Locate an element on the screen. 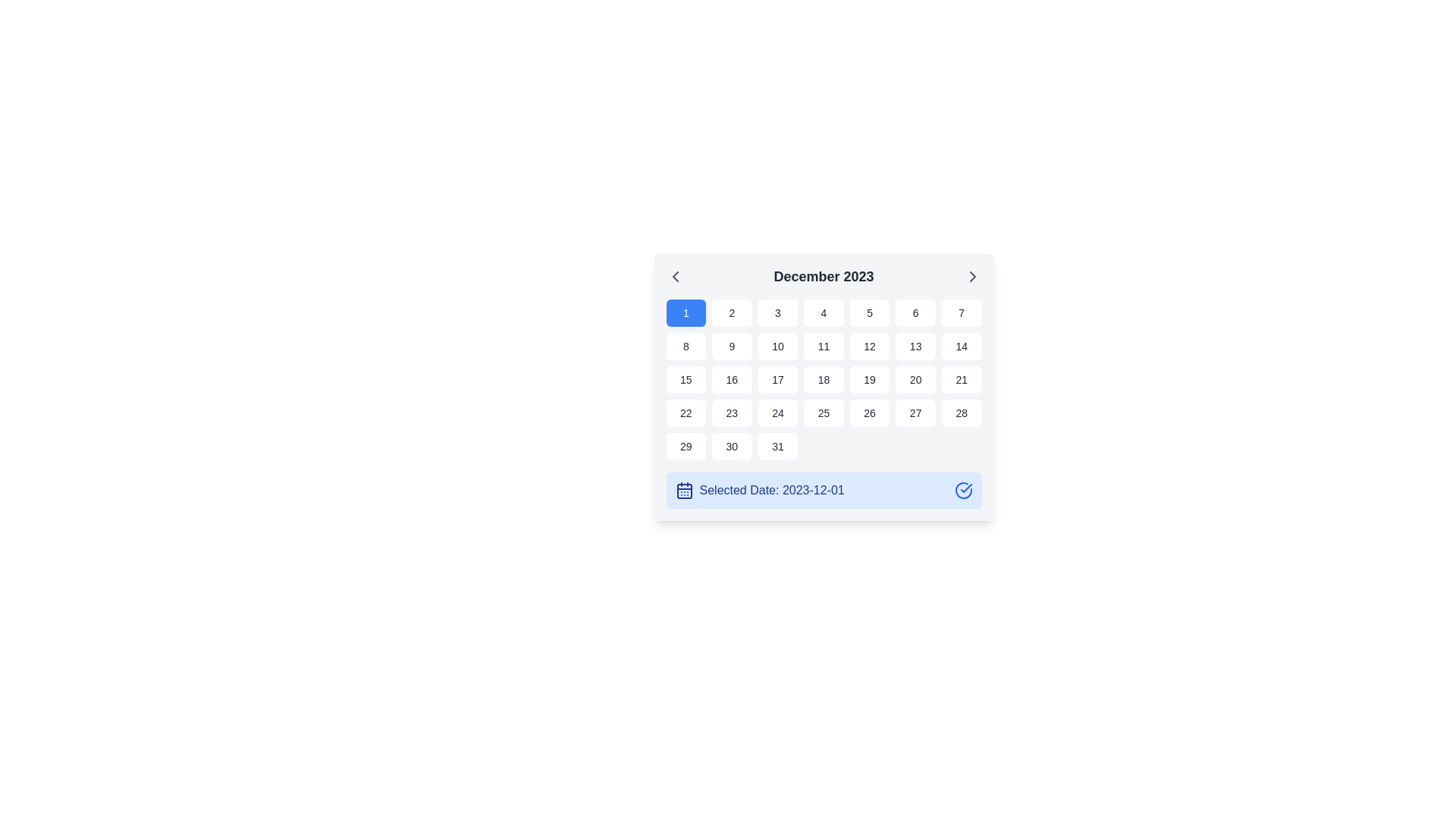 The height and width of the screenshot is (819, 1456). the button labeled '16' in the calendar grid is located at coordinates (732, 379).